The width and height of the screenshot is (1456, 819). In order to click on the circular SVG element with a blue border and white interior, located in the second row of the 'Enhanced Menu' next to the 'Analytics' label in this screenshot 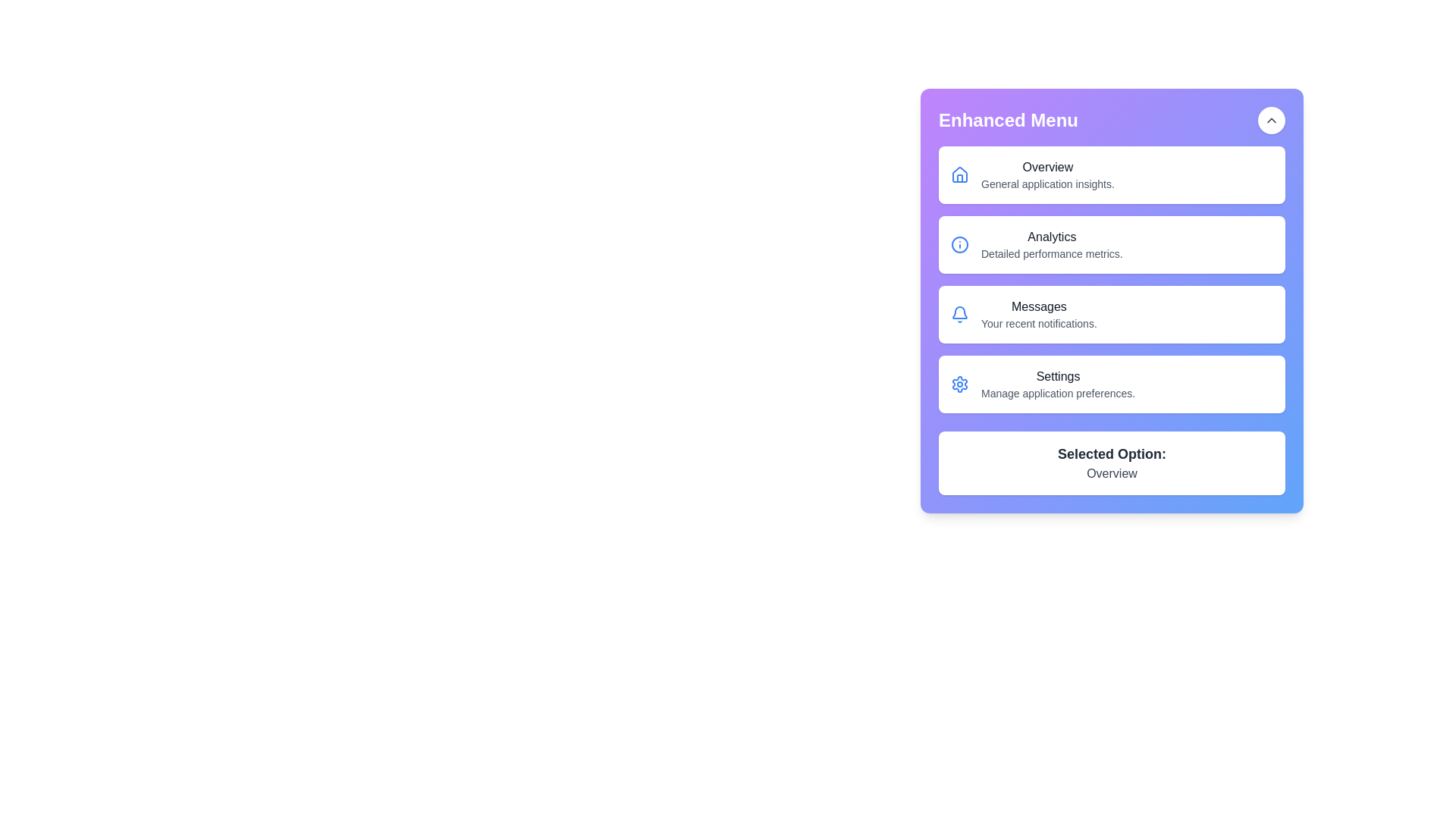, I will do `click(959, 244)`.